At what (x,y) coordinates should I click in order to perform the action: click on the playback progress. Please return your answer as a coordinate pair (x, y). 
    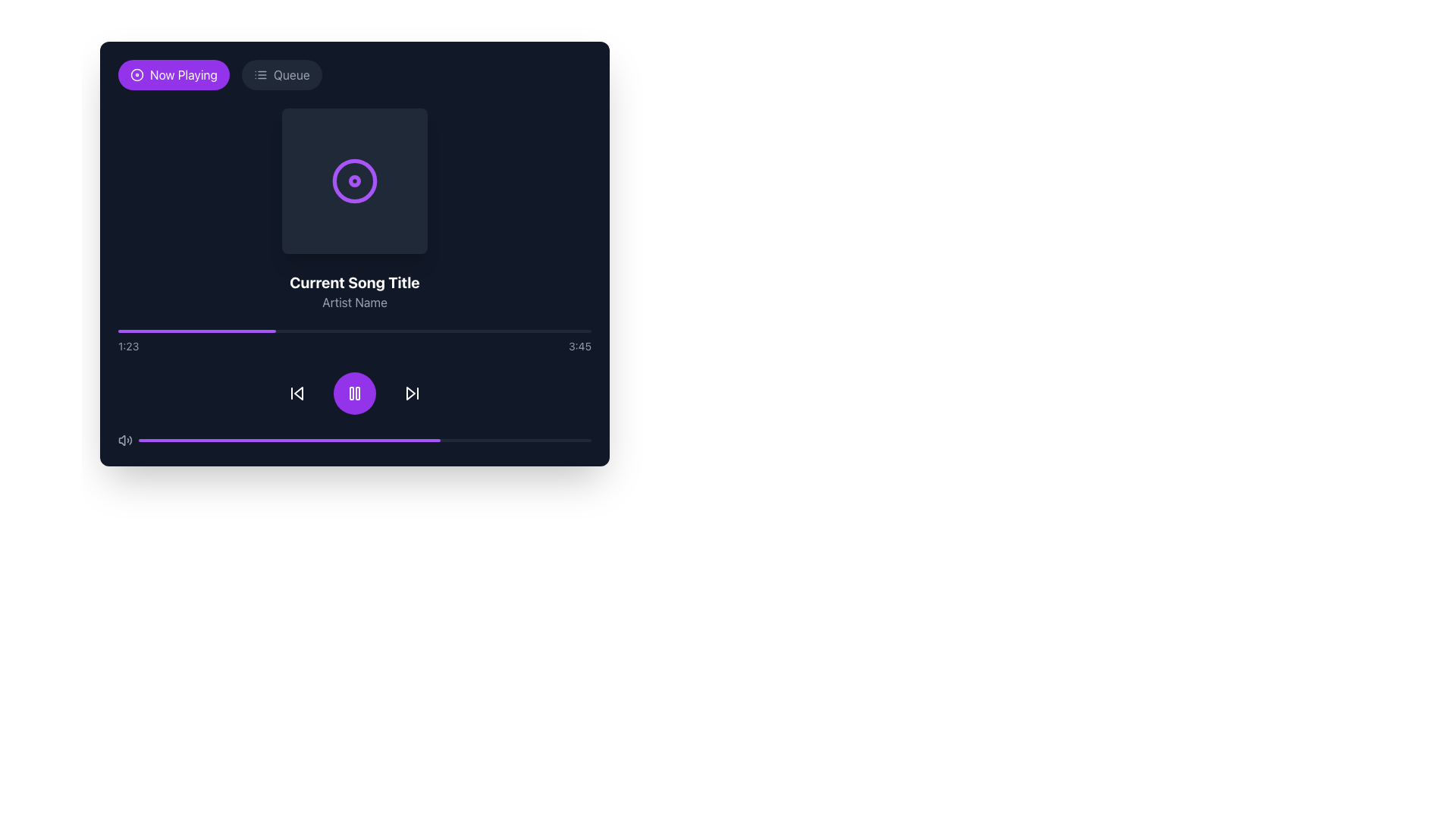
    Looking at the image, I should click on (406, 330).